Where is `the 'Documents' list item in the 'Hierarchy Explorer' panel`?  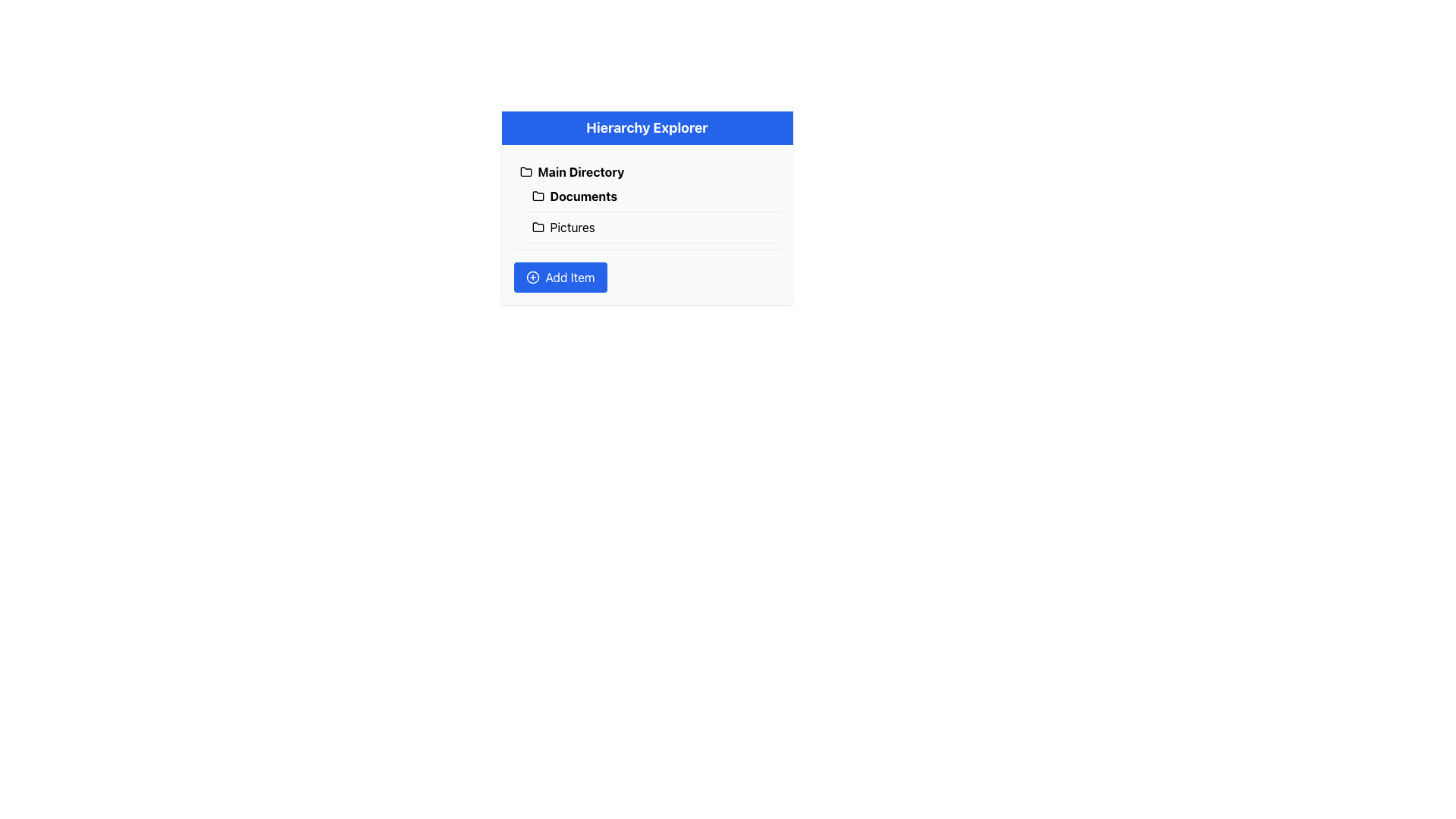
the 'Documents' list item in the 'Hierarchy Explorer' panel is located at coordinates (647, 212).